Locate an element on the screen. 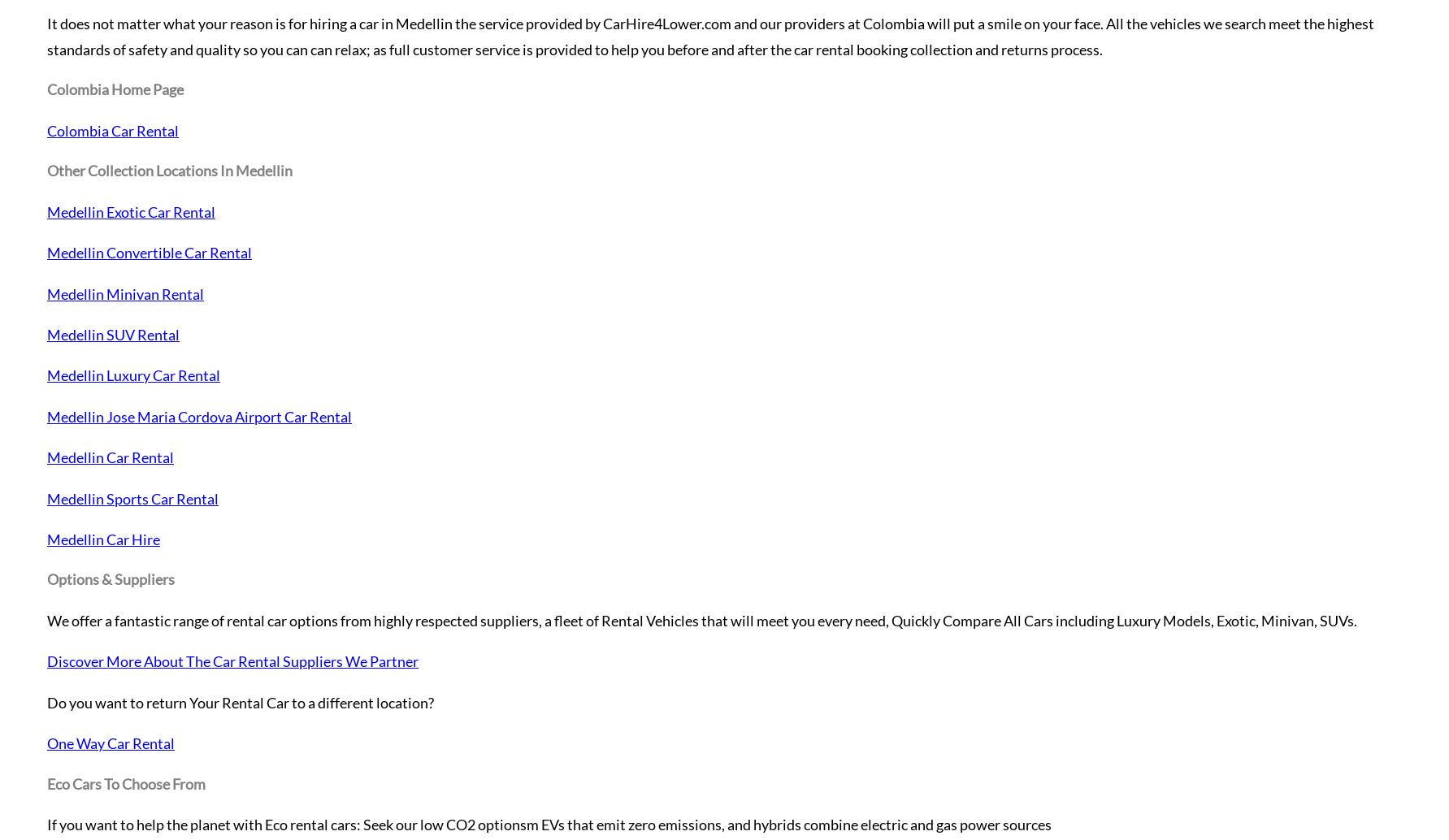 The width and height of the screenshot is (1449, 840). 'Options & Suppliers' is located at coordinates (110, 579).